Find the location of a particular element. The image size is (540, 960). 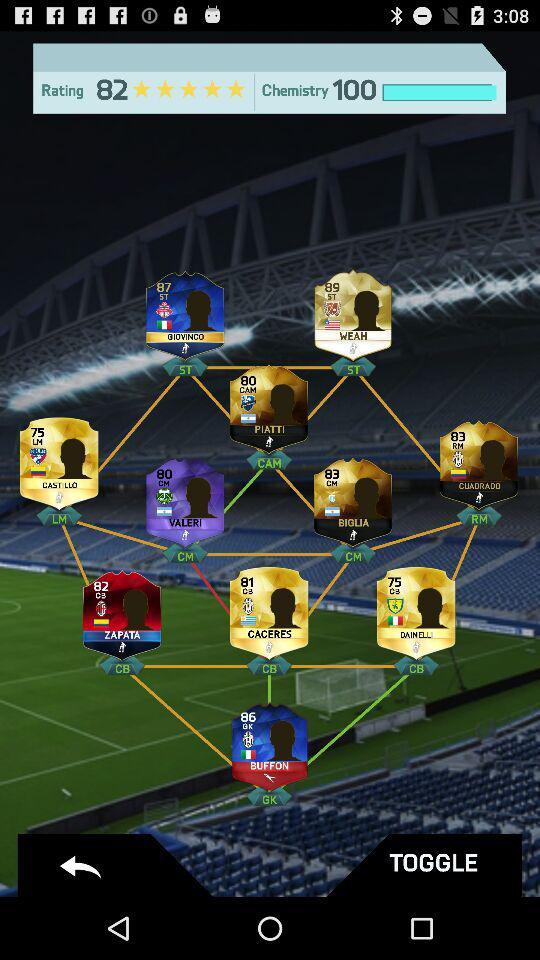

profile is located at coordinates (478, 460).